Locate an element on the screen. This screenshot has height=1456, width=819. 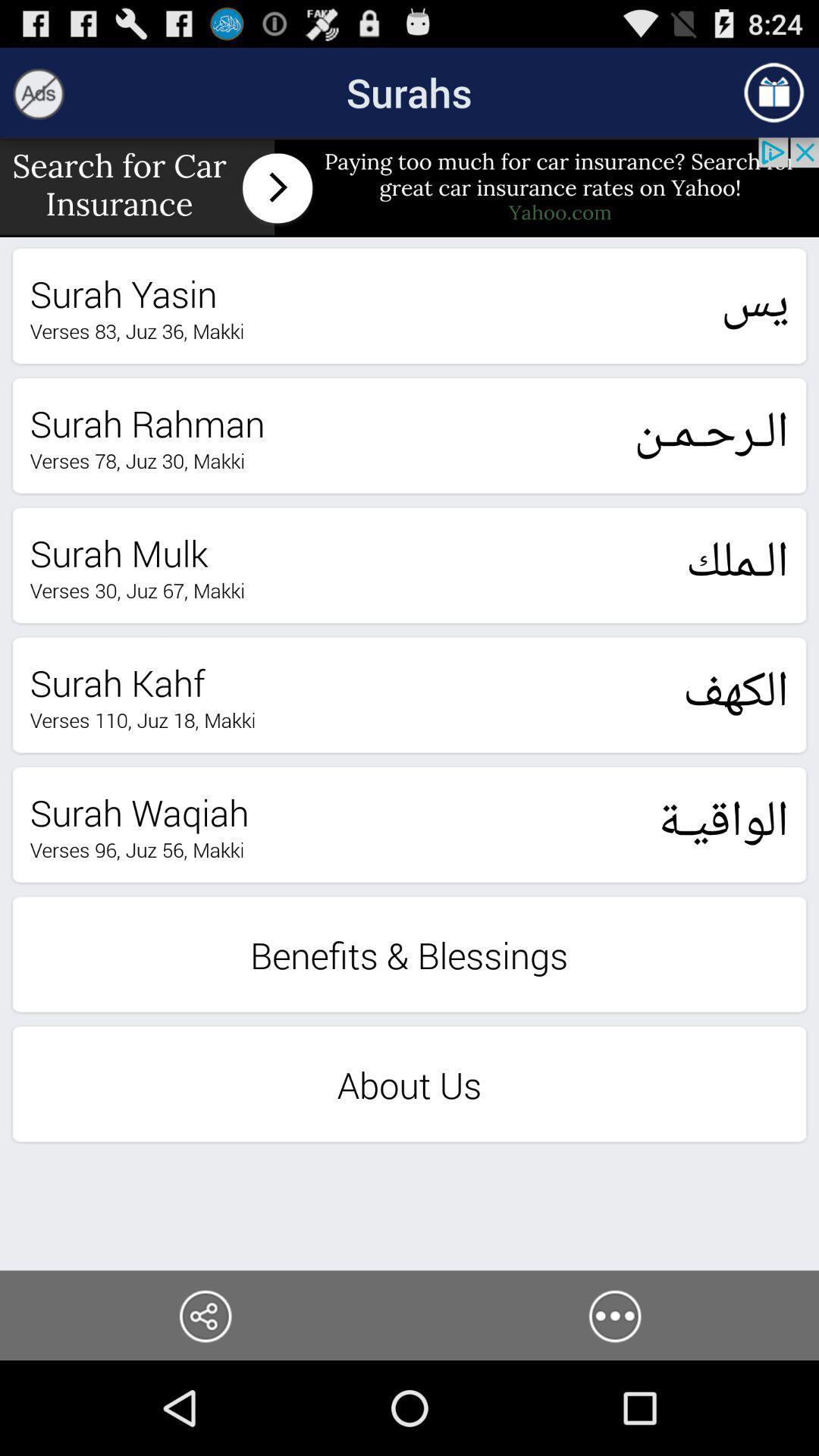
the gift icon is located at coordinates (773, 98).